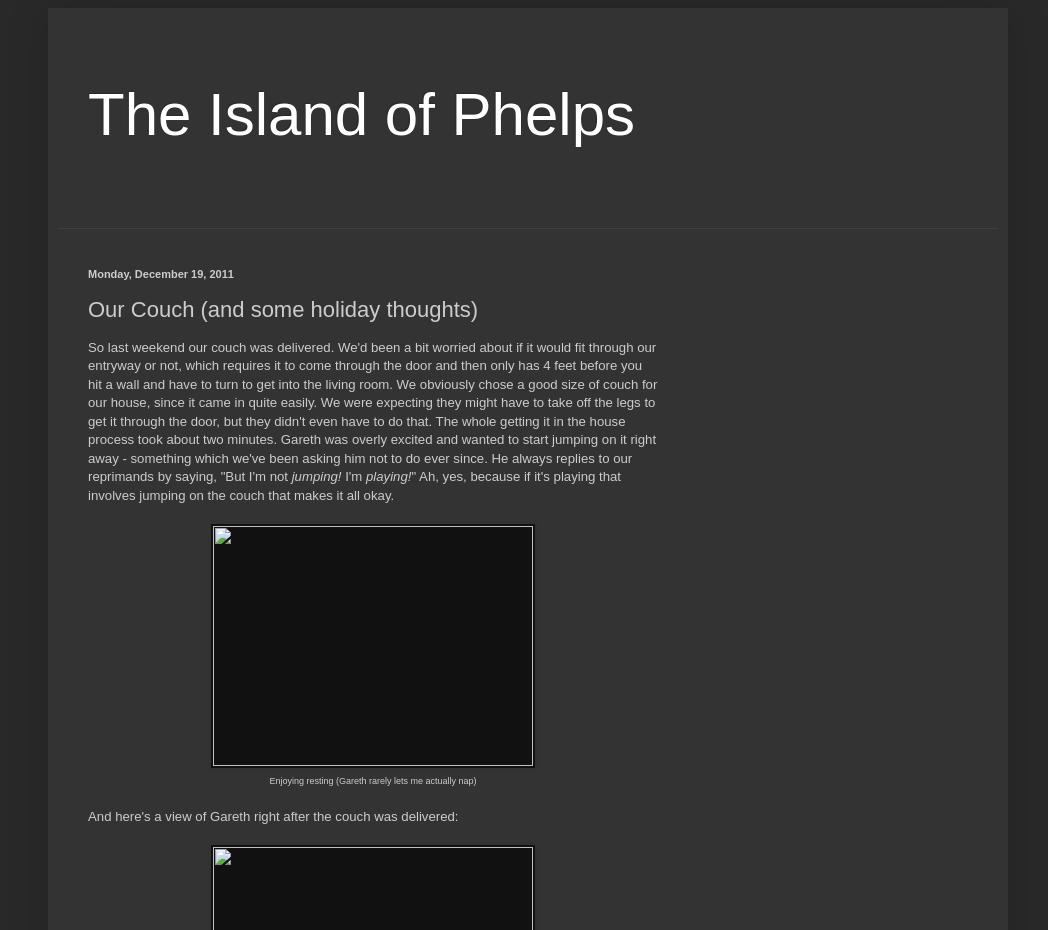 Image resolution: width=1048 pixels, height=930 pixels. Describe the element at coordinates (160, 273) in the screenshot. I see `'Monday, December 19, 2011'` at that location.